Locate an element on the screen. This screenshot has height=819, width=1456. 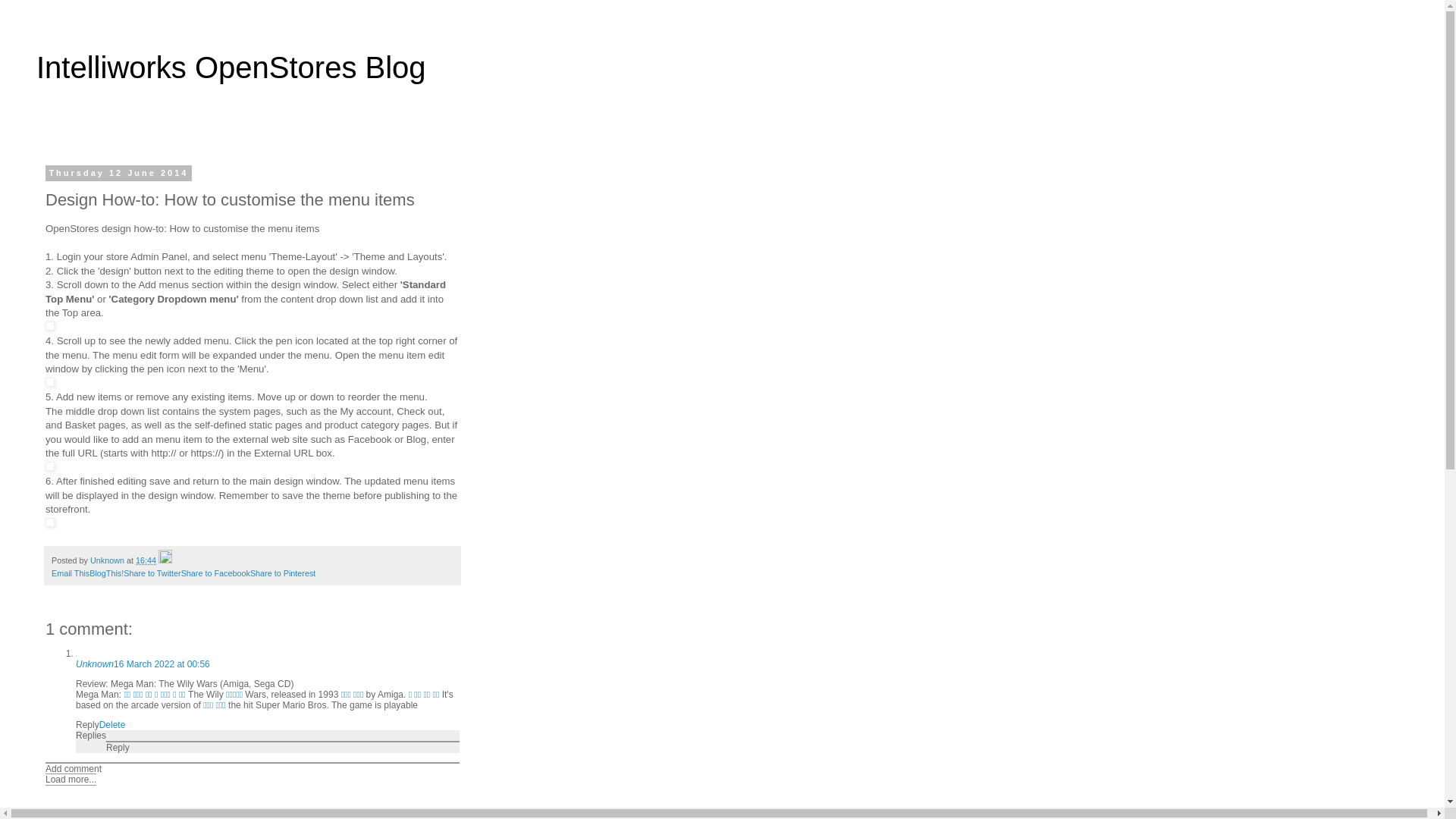
'Email This' is located at coordinates (51, 573).